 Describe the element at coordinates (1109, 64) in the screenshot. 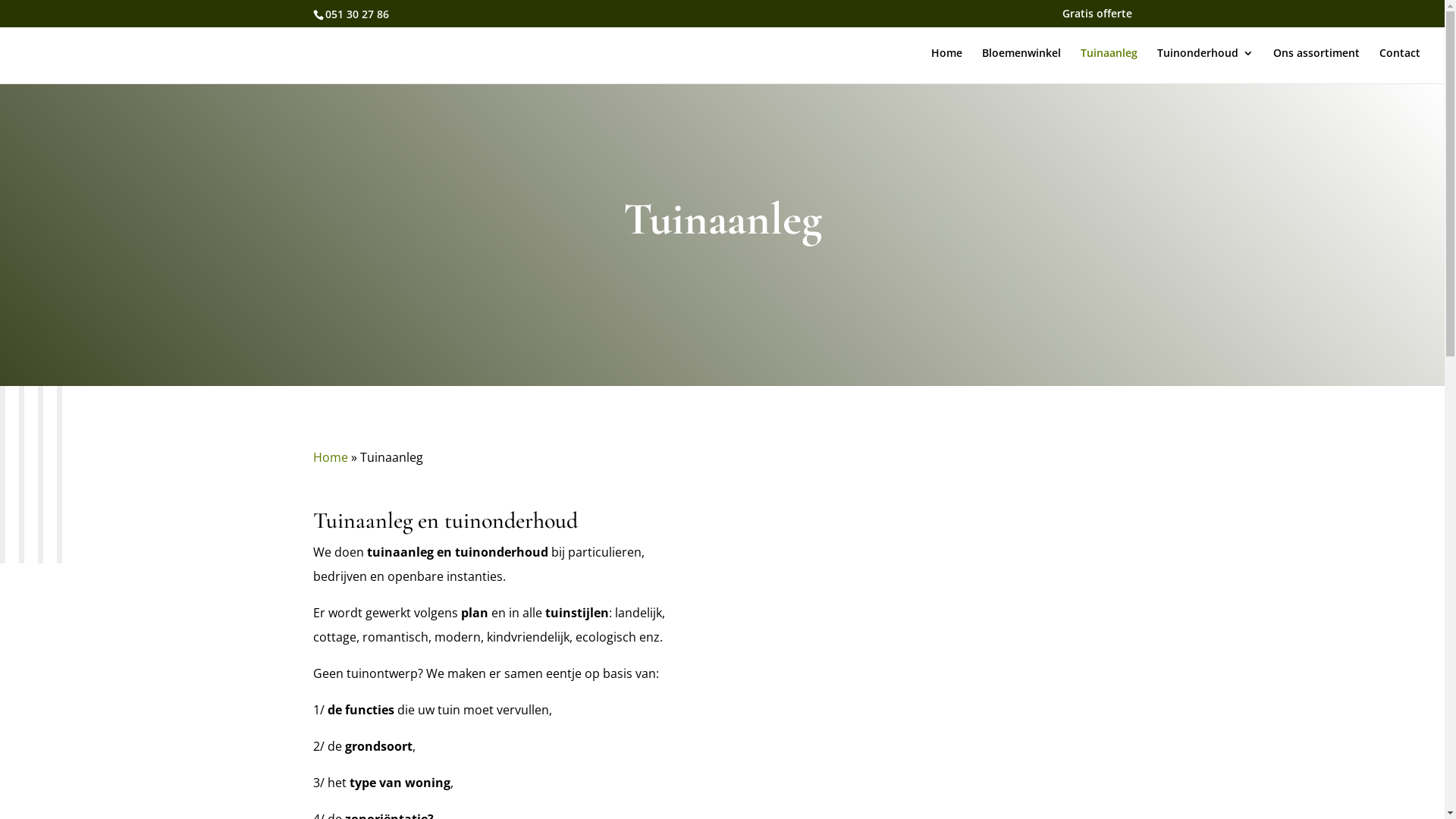

I see `'Tuinaanleg'` at that location.